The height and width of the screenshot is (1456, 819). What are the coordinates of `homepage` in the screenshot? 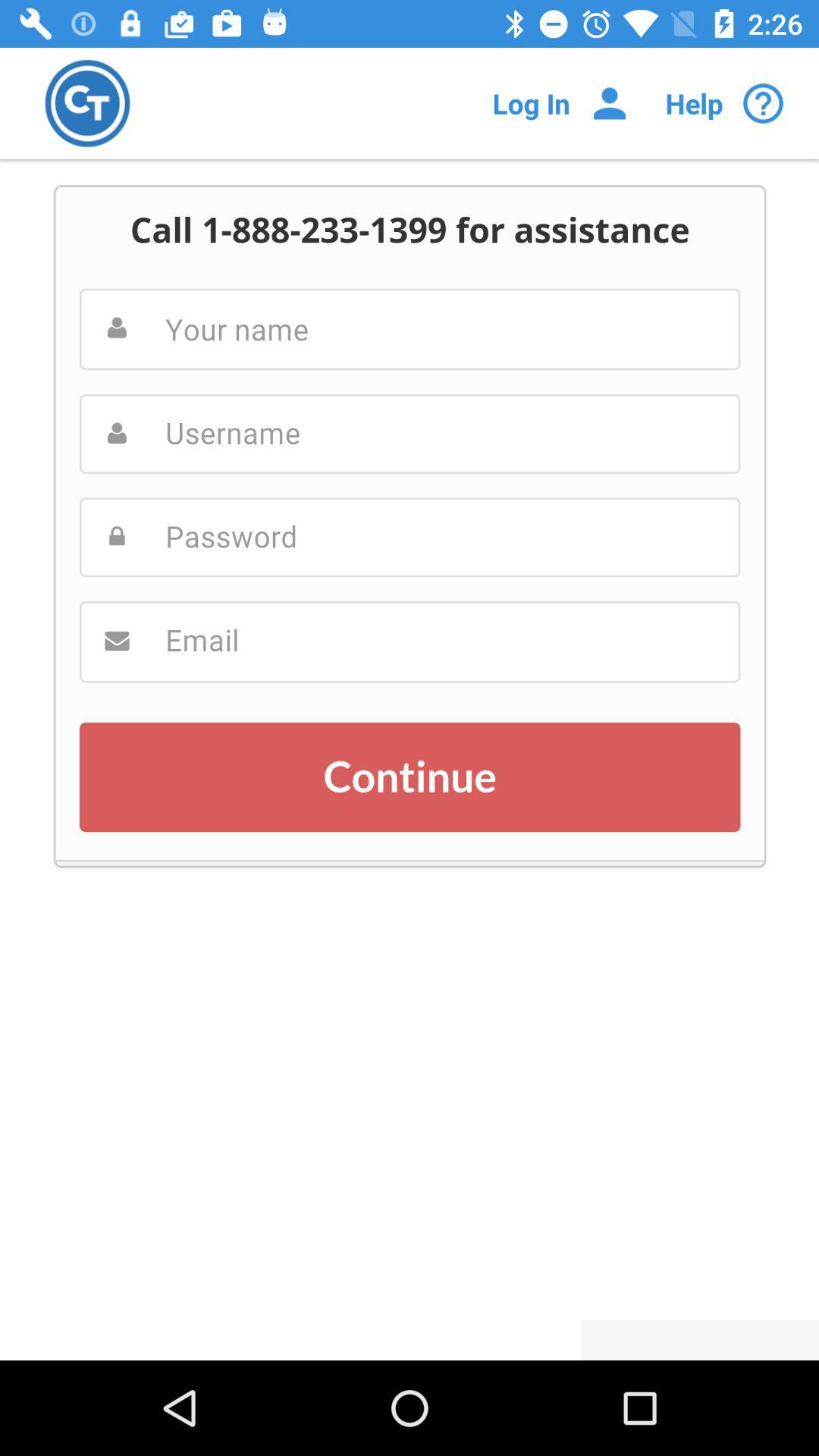 It's located at (87, 102).